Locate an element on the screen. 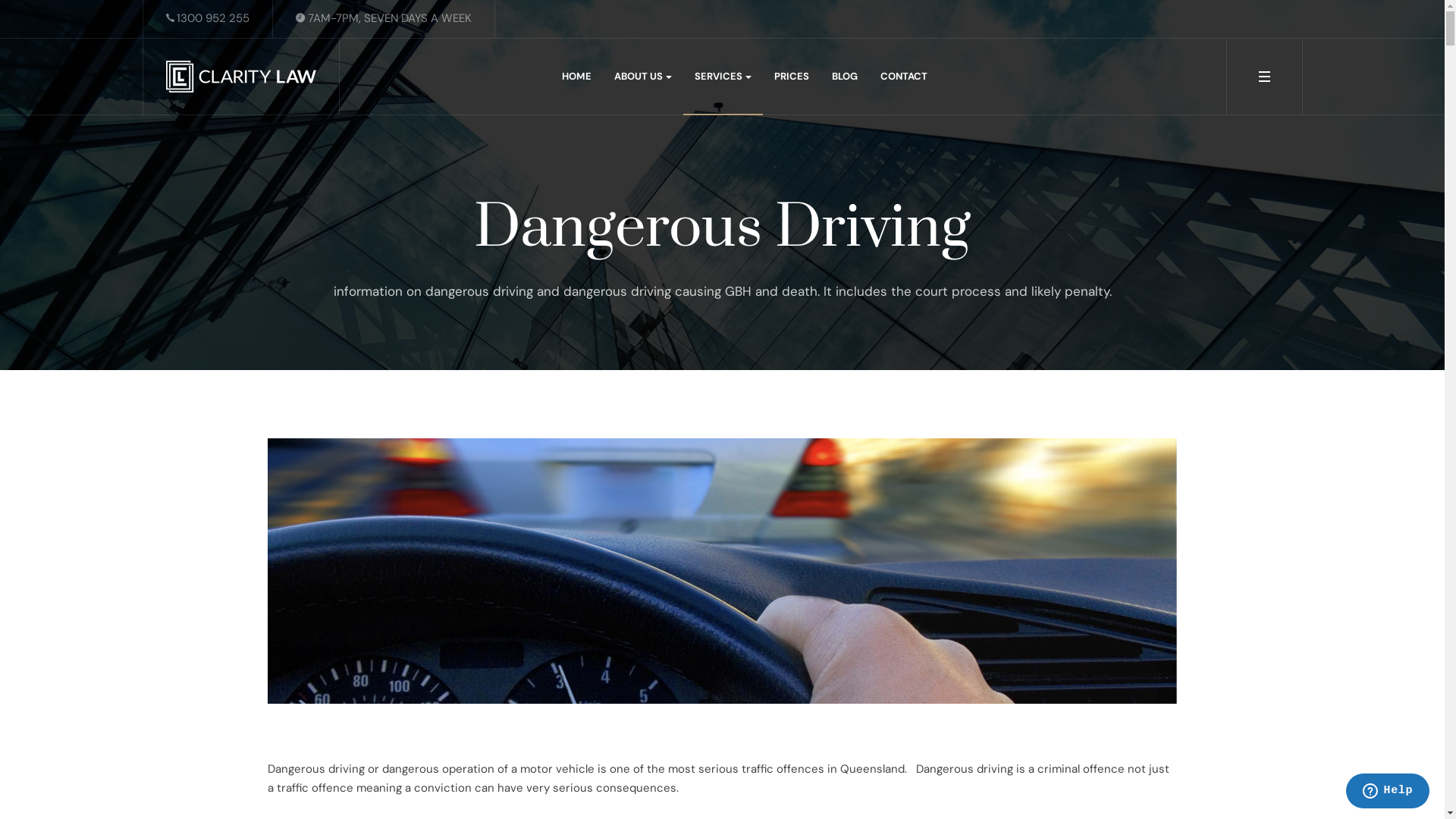 The image size is (1456, 819). 'BLOG' is located at coordinates (819, 76).